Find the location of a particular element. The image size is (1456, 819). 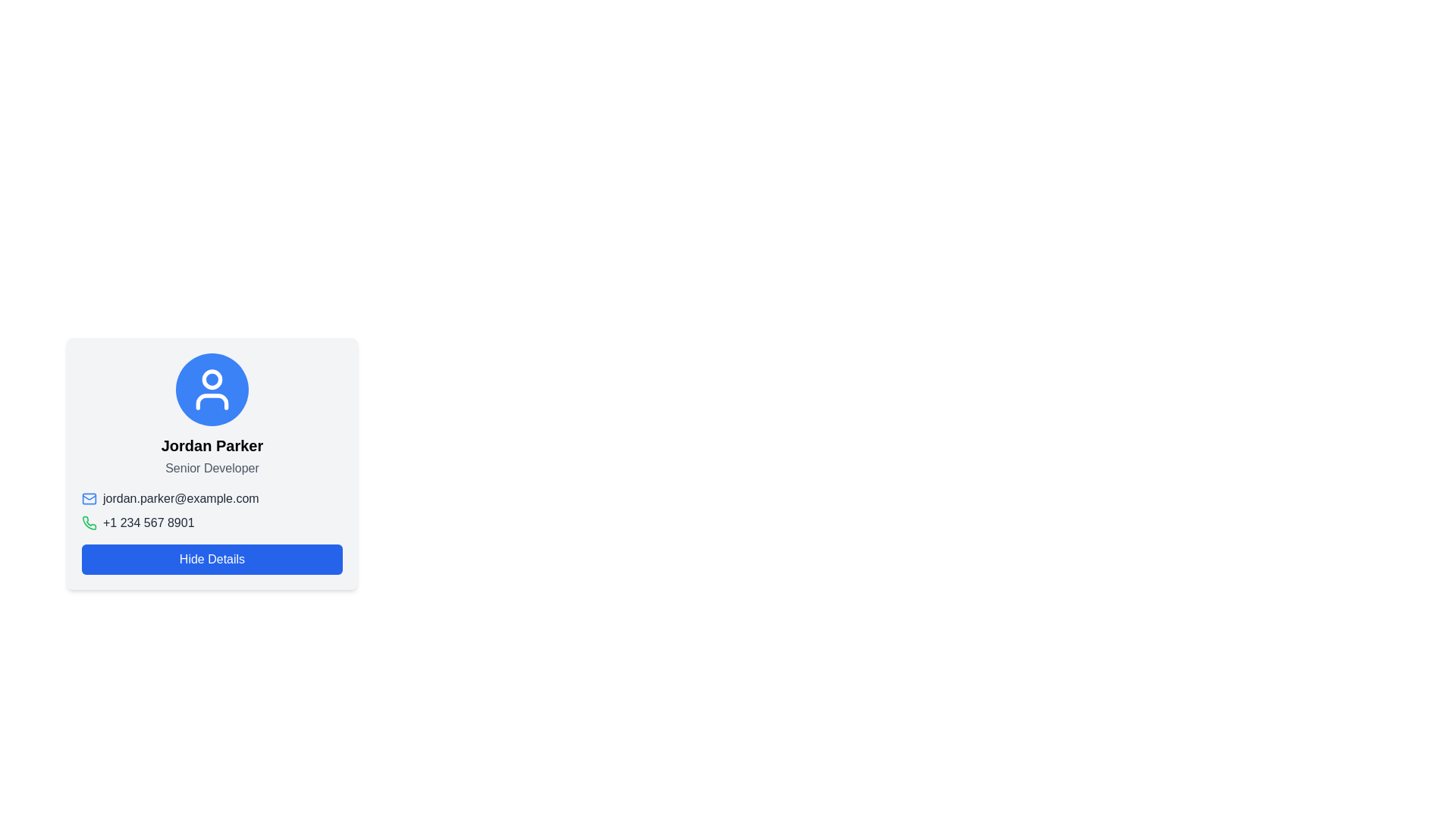

the green phone icon located in the contact information section, positioned directly to the left of the phone number '+1 234 567 8901' is located at coordinates (89, 522).